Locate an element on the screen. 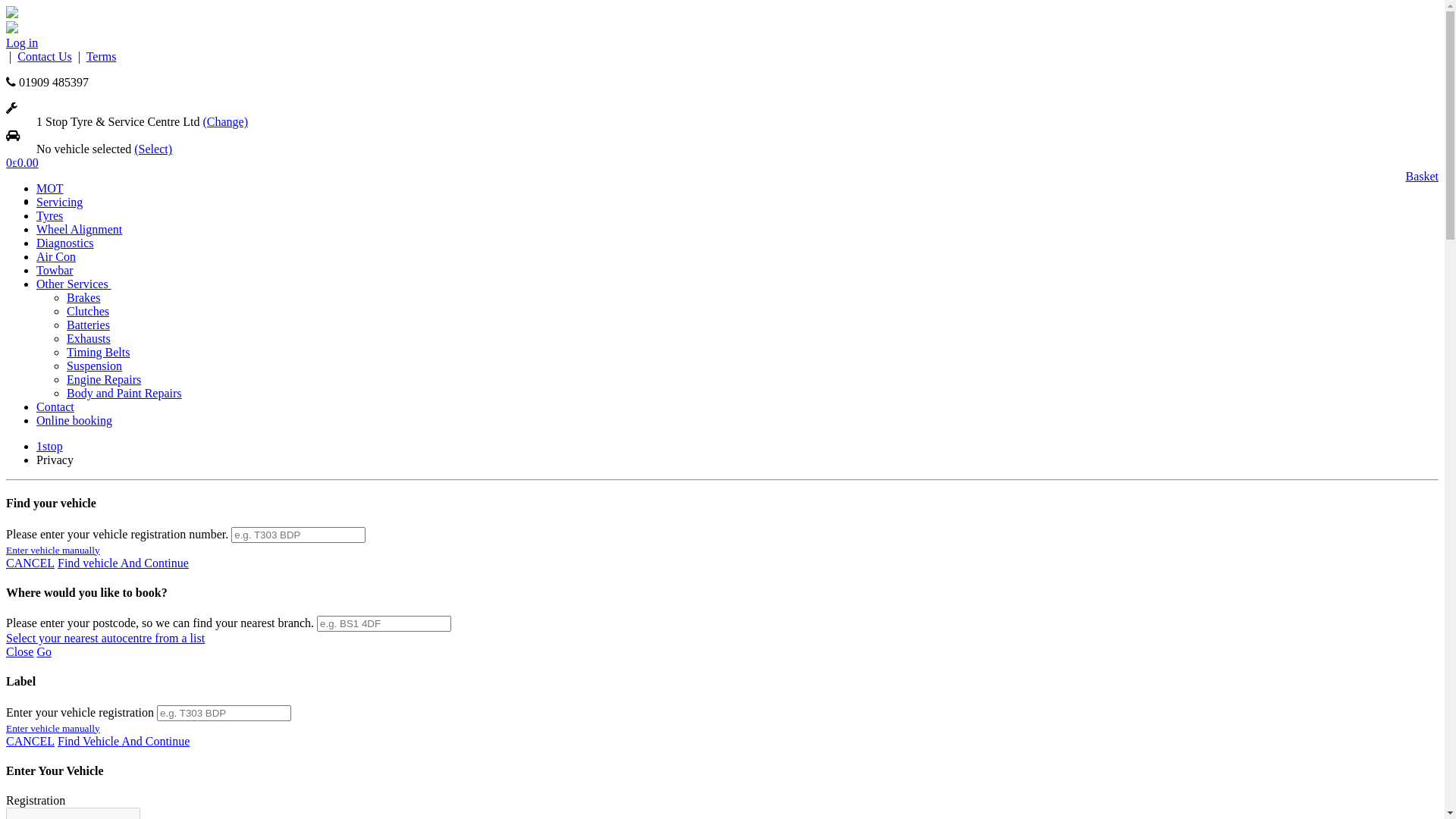 The image size is (1456, 819). 'Batteries' is located at coordinates (87, 324).